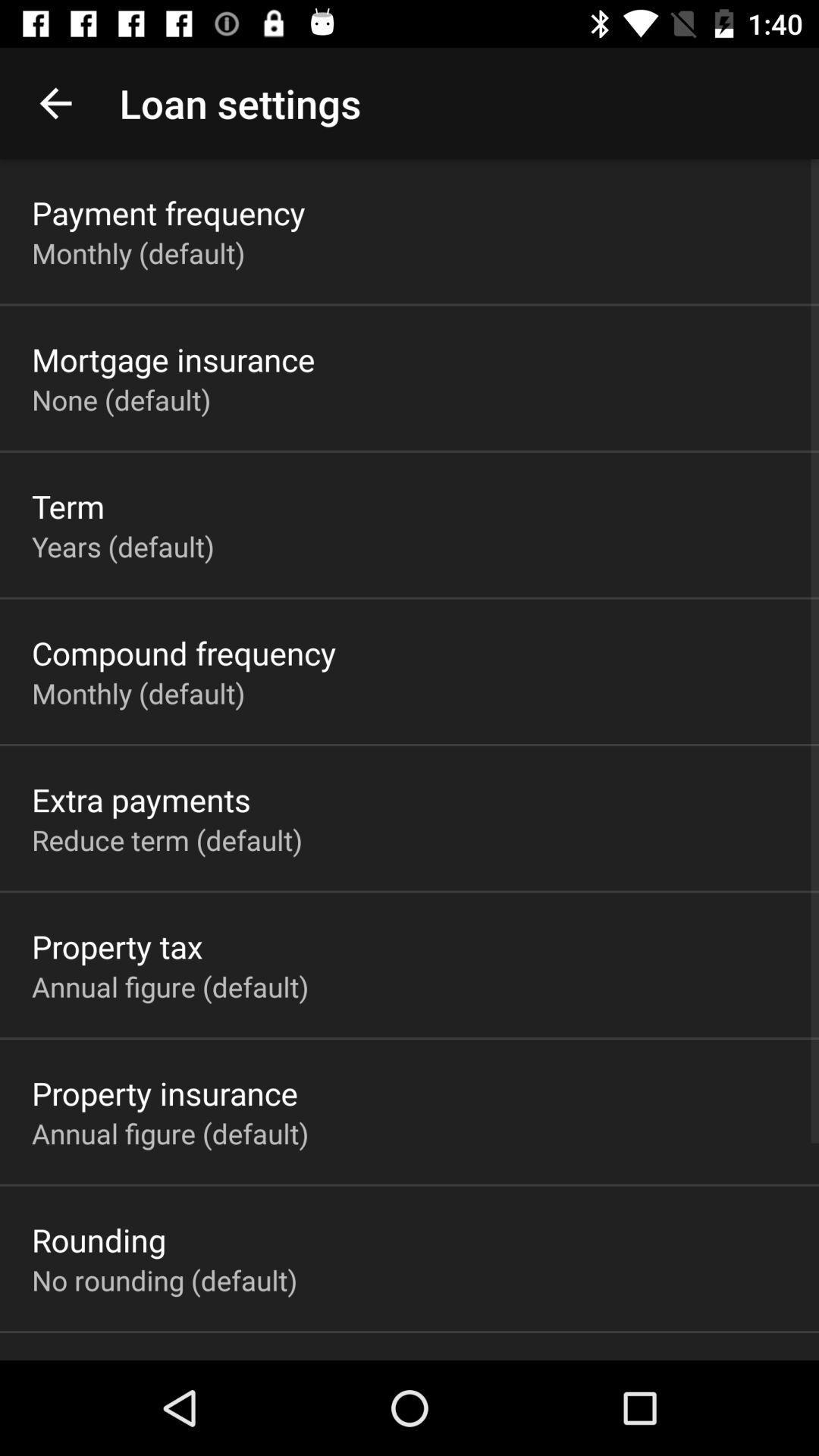 The image size is (819, 1456). I want to click on the icon to the left of loan settings icon, so click(55, 102).